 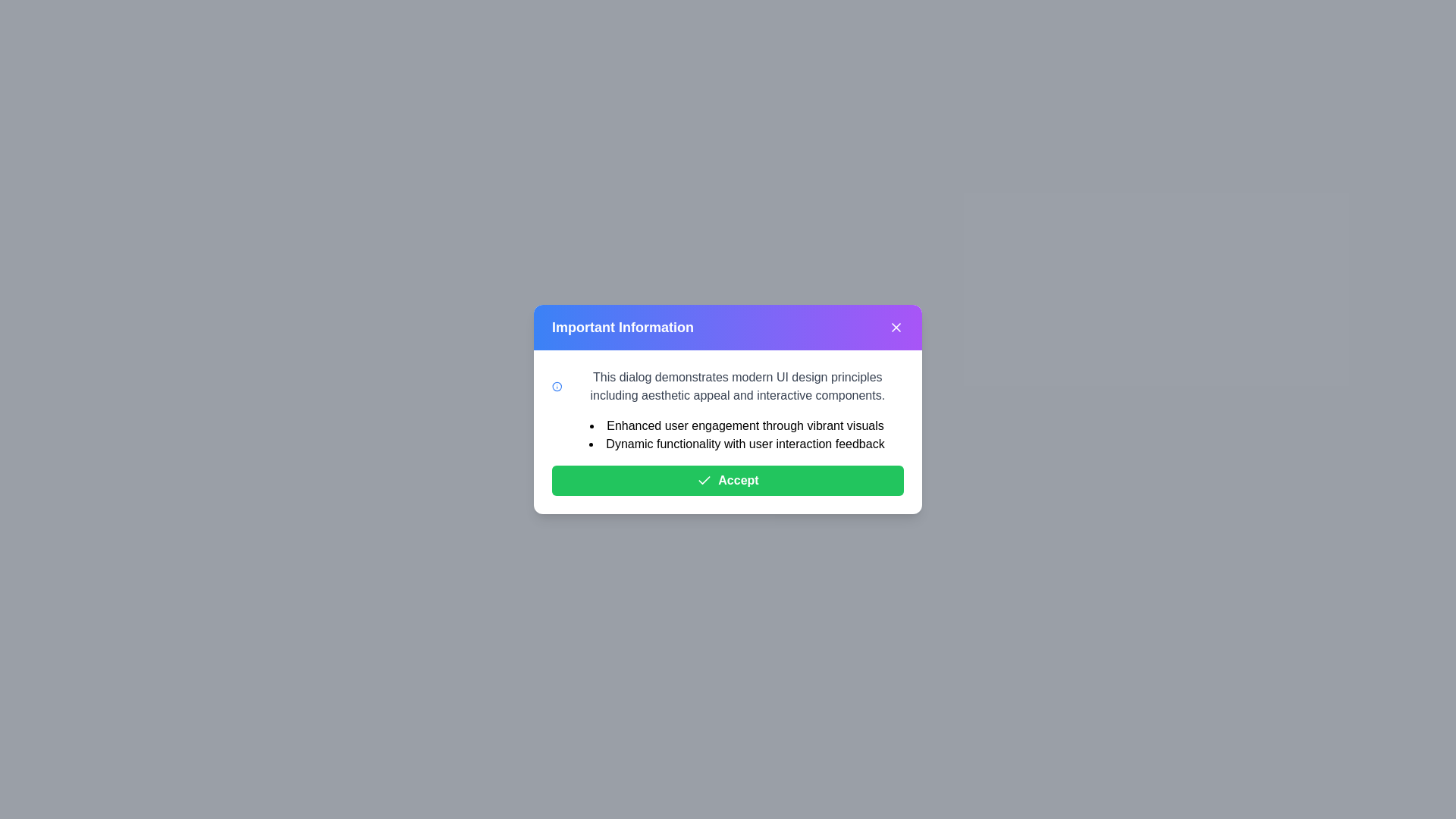 I want to click on the close button (X icon) to close the dialog, so click(x=896, y=327).